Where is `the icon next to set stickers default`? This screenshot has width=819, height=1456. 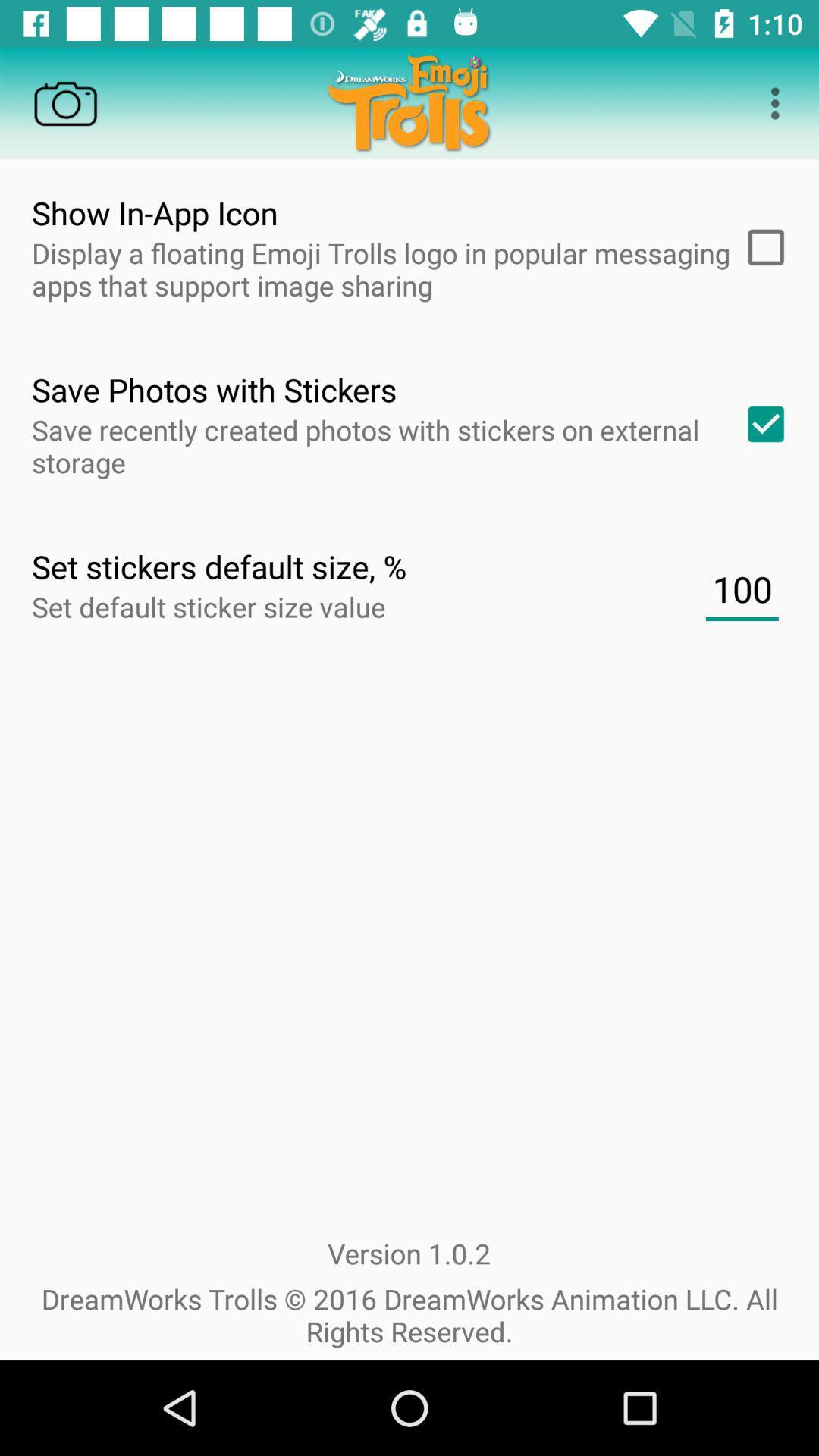 the icon next to set stickers default is located at coordinates (741, 588).